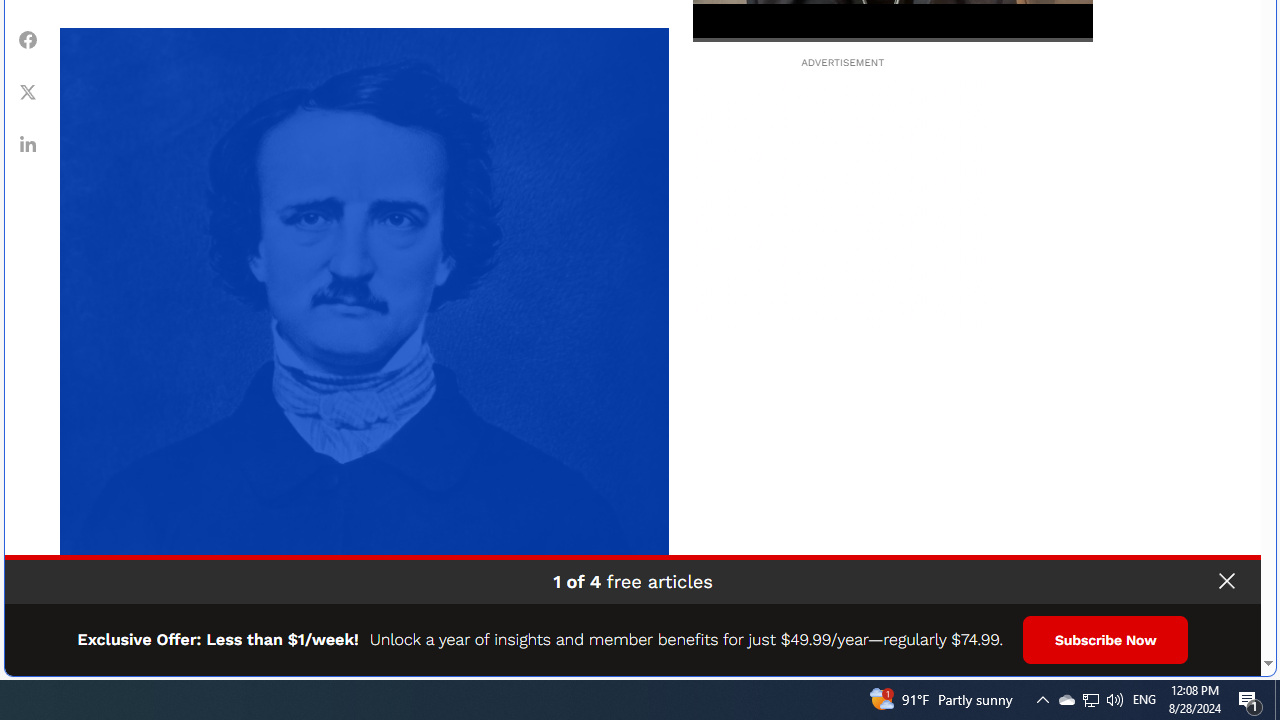  What do you see at coordinates (28, 39) in the screenshot?
I see `'Share Facebook'` at bounding box center [28, 39].